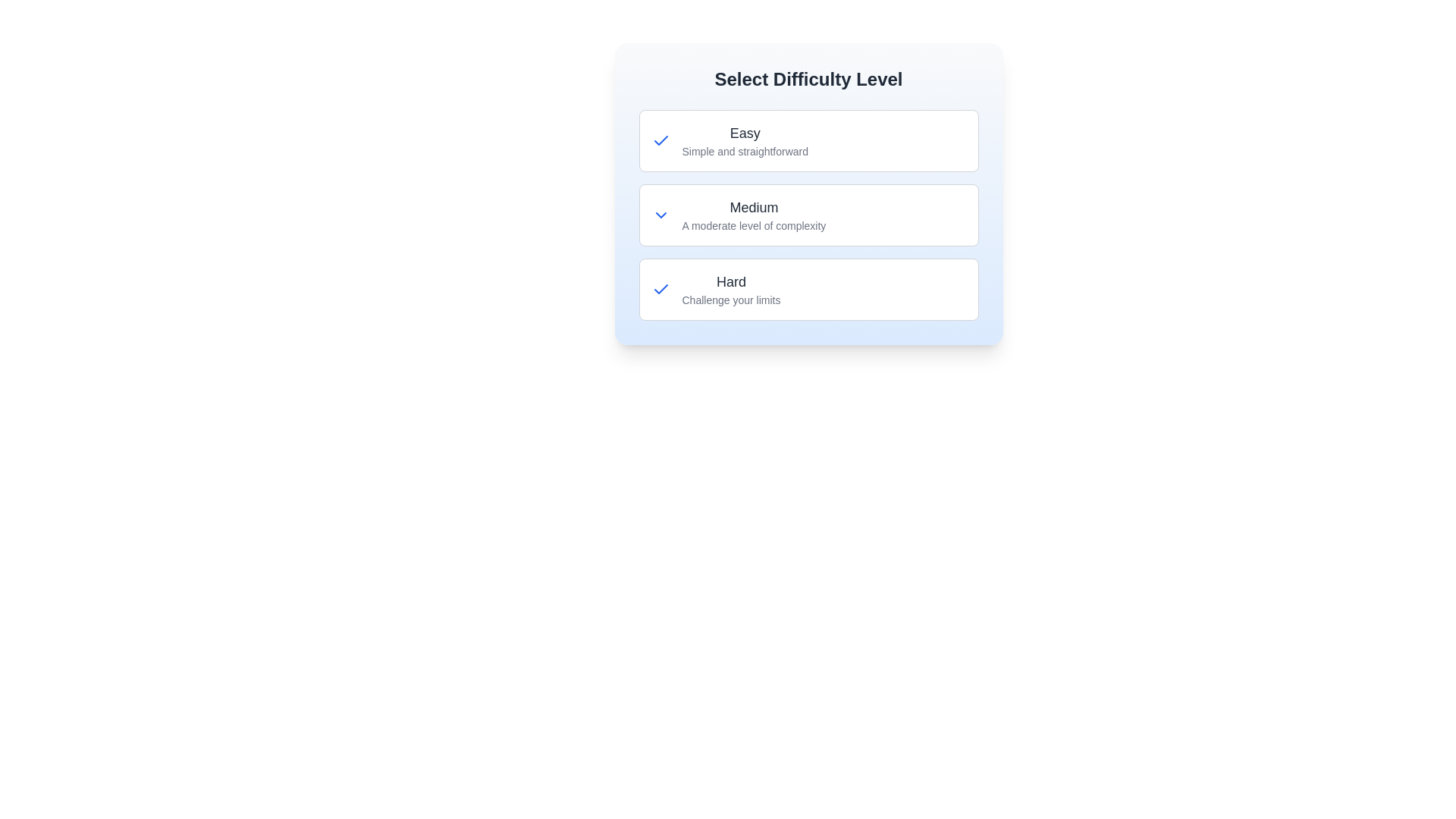 The image size is (1456, 819). What do you see at coordinates (661, 289) in the screenshot?
I see `the checkmark icon that indicates the 'Hard' difficulty level, located inside the third selection item of the interface` at bounding box center [661, 289].